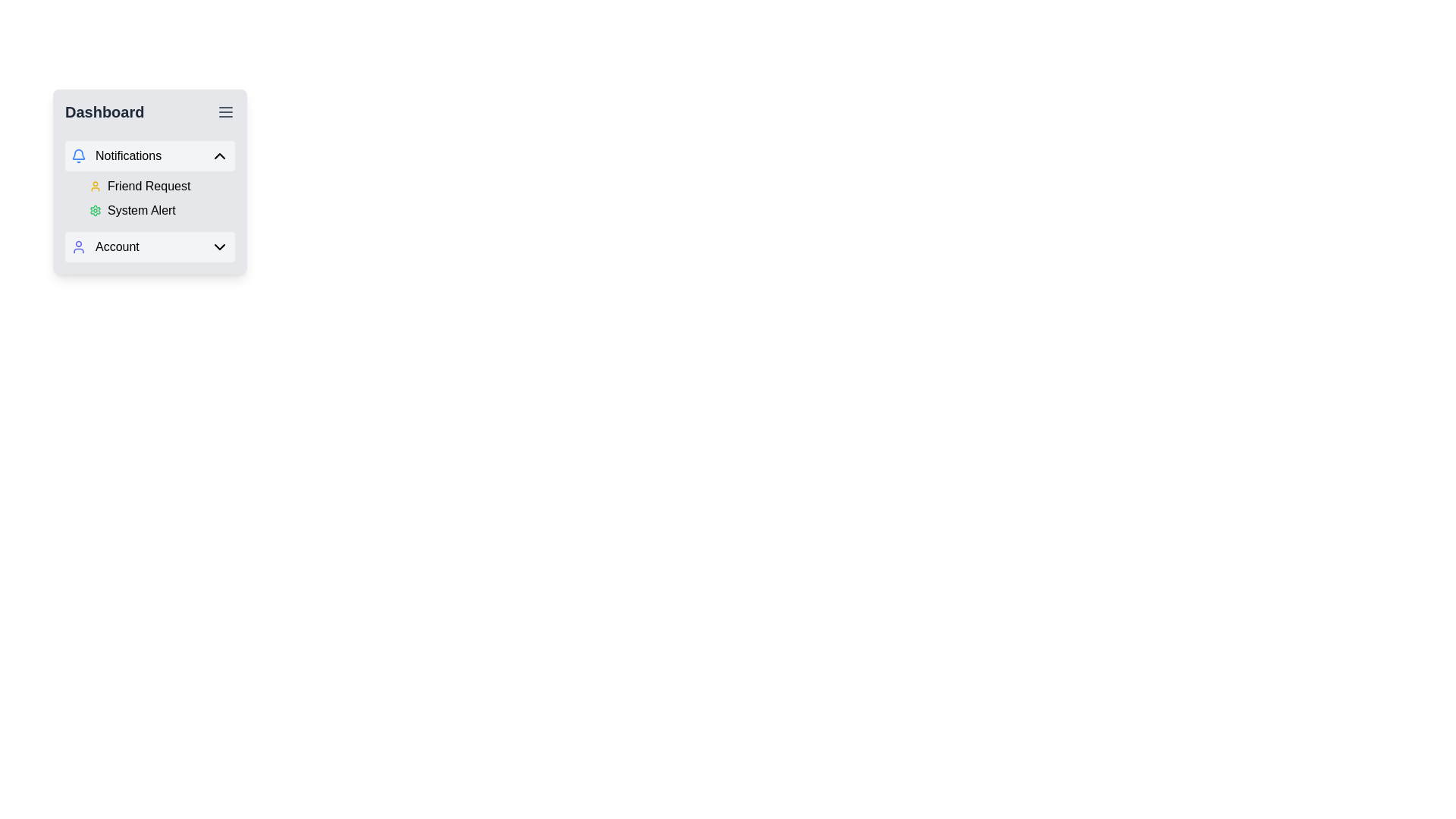 The height and width of the screenshot is (819, 1456). Describe the element at coordinates (149, 201) in the screenshot. I see `the Menu section with notification items under the 'Notifications' header` at that location.